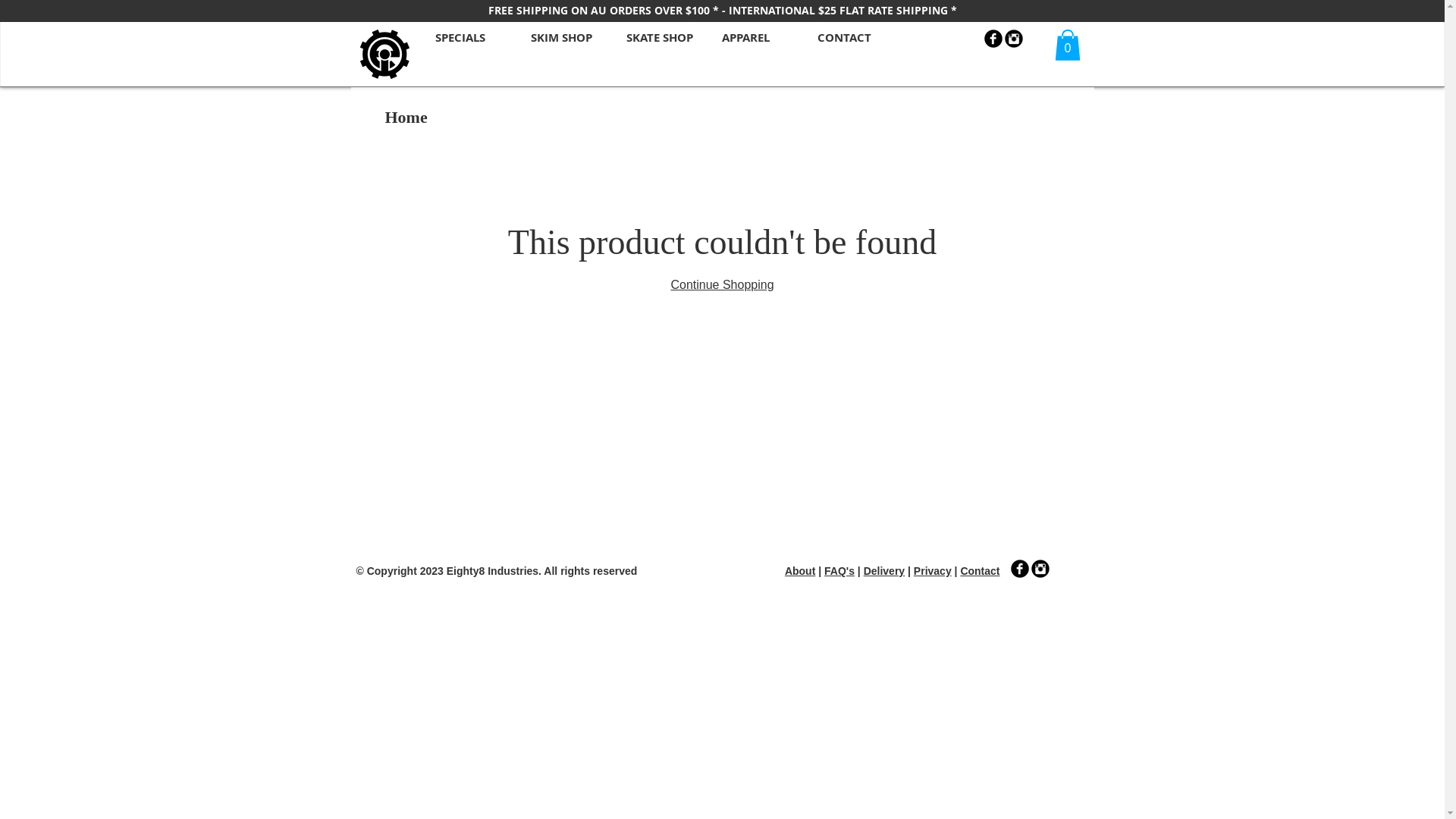 This screenshot has width=1456, height=819. What do you see at coordinates (754, 34) in the screenshot?
I see `'APPAREL'` at bounding box center [754, 34].